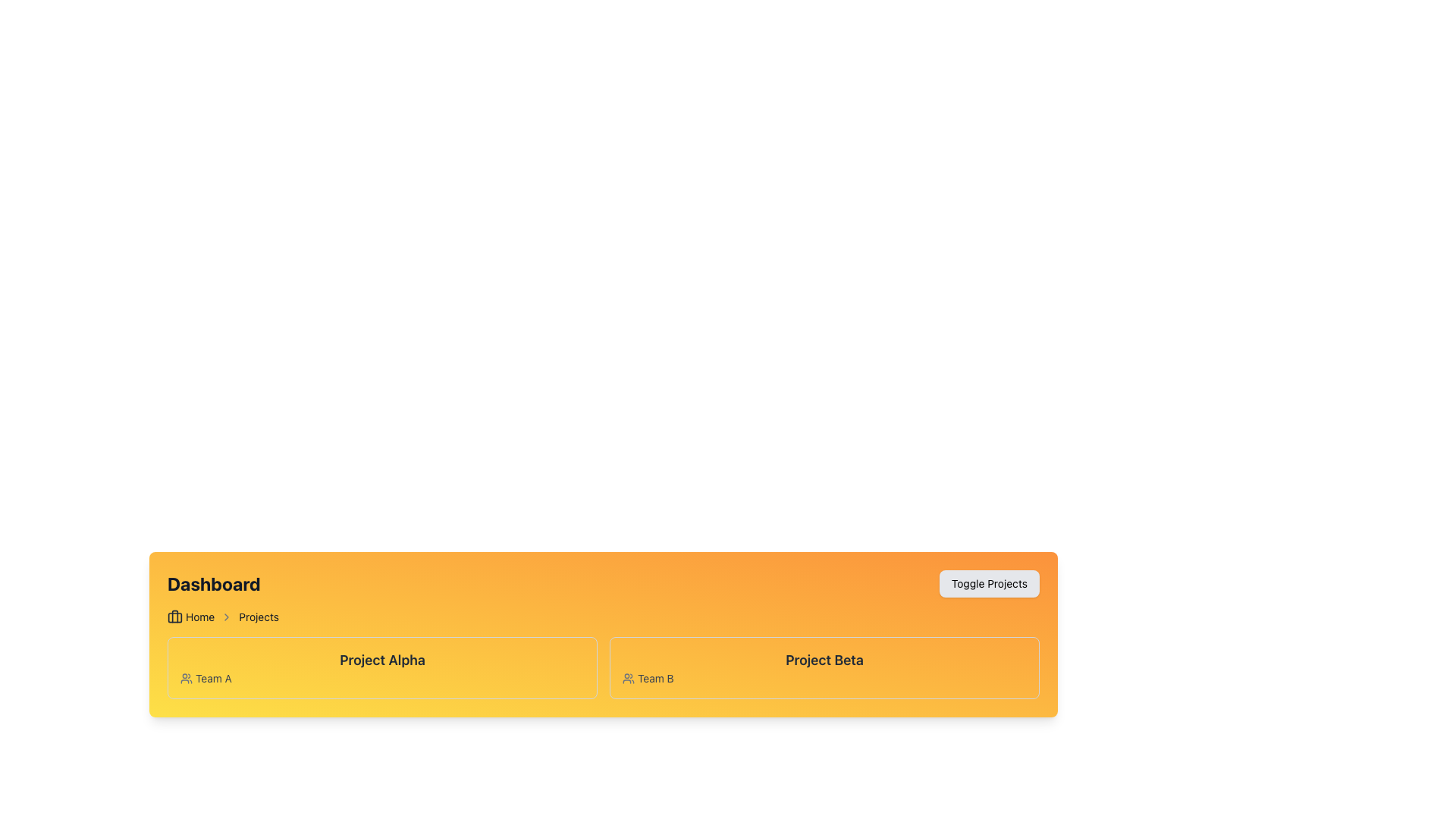 This screenshot has width=1456, height=819. Describe the element at coordinates (824, 660) in the screenshot. I see `the text label that identifies the section titled 'Project Beta', located in the second section from the left, above the smaller text 'Team B'` at that location.